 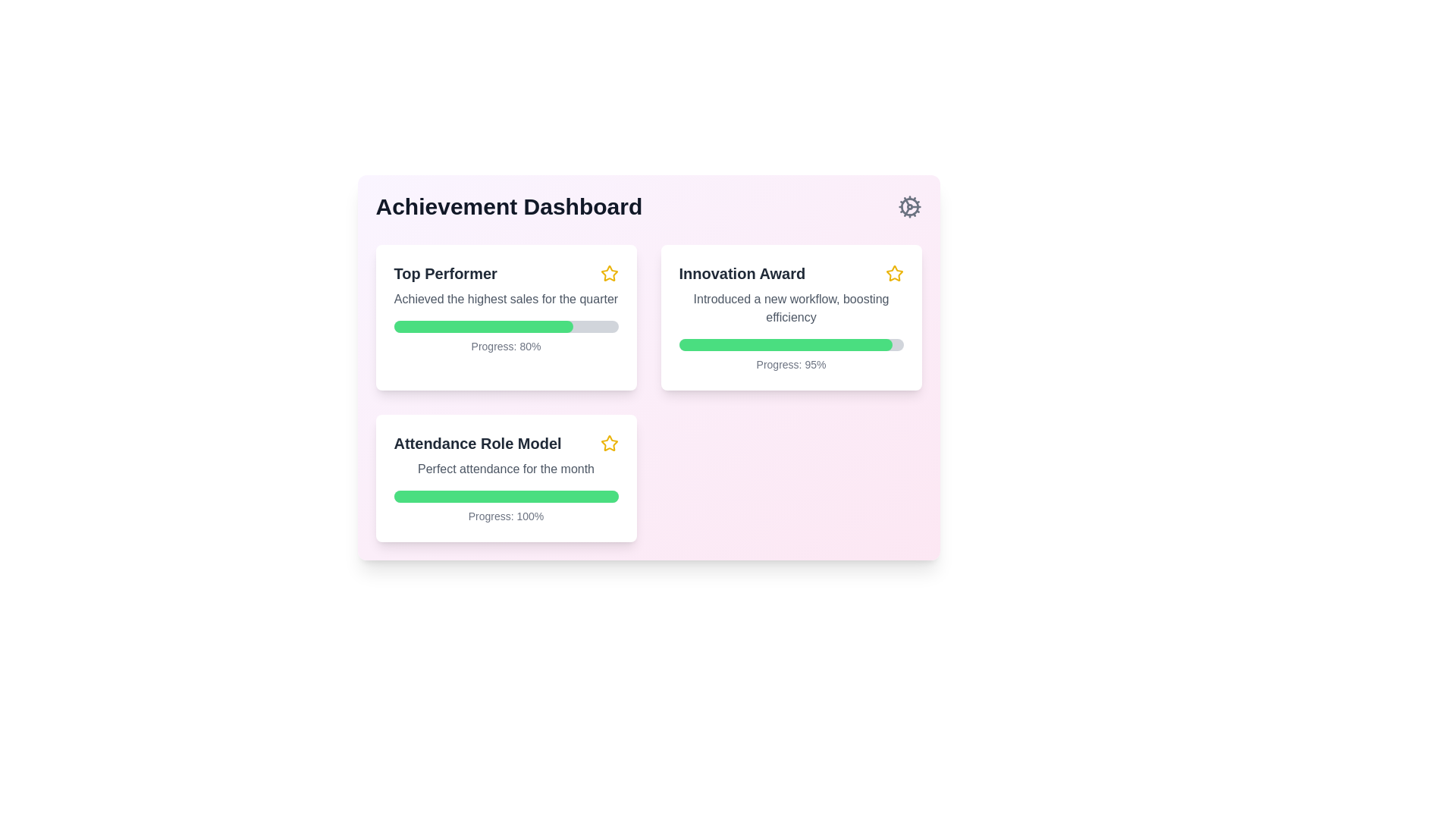 What do you see at coordinates (506, 299) in the screenshot?
I see `the static text label displaying 'Achieved the highest sales for the quarter', which is positioned below the title 'Top Performer' and above the progress bar within the 'Top Performer' card` at bounding box center [506, 299].